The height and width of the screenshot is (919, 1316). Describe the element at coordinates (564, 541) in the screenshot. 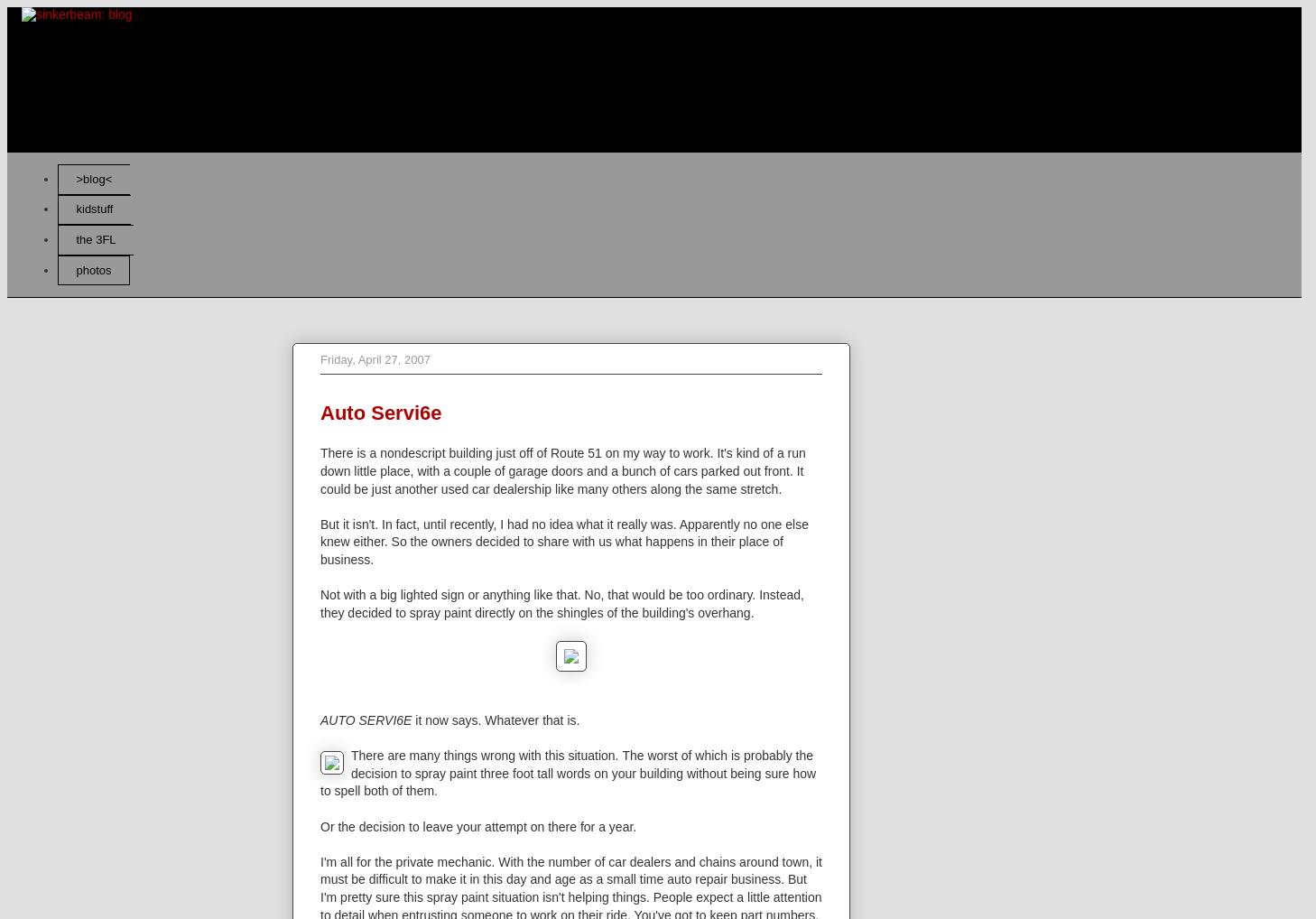

I see `'But it isn't. In fact, until recently, I had no idea what it really was. Apparently no one else knew either. So the owners decided to share with us what happens in their place of business.'` at that location.